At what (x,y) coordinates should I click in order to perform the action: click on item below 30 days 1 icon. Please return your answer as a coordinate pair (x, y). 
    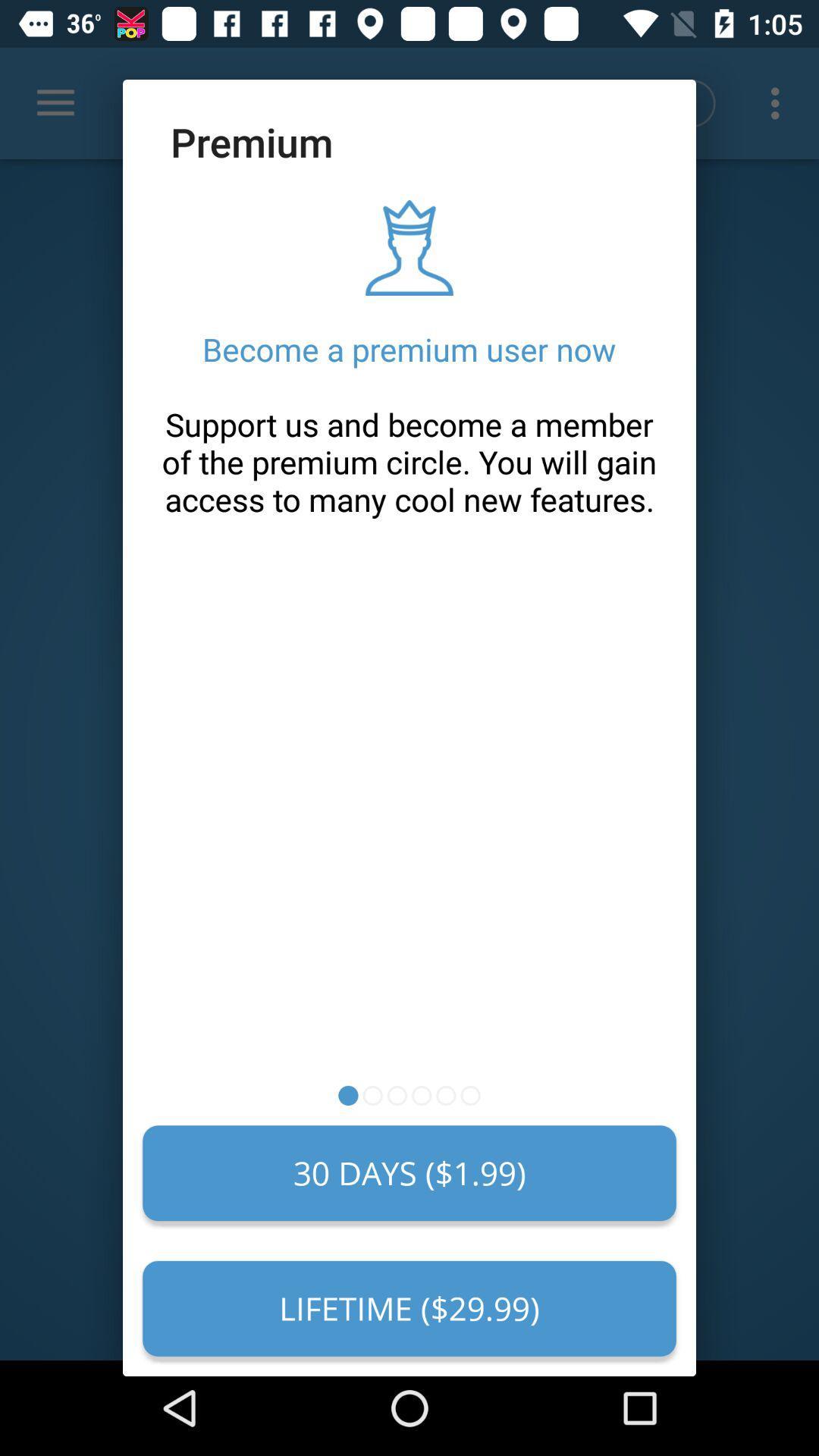
    Looking at the image, I should click on (409, 1307).